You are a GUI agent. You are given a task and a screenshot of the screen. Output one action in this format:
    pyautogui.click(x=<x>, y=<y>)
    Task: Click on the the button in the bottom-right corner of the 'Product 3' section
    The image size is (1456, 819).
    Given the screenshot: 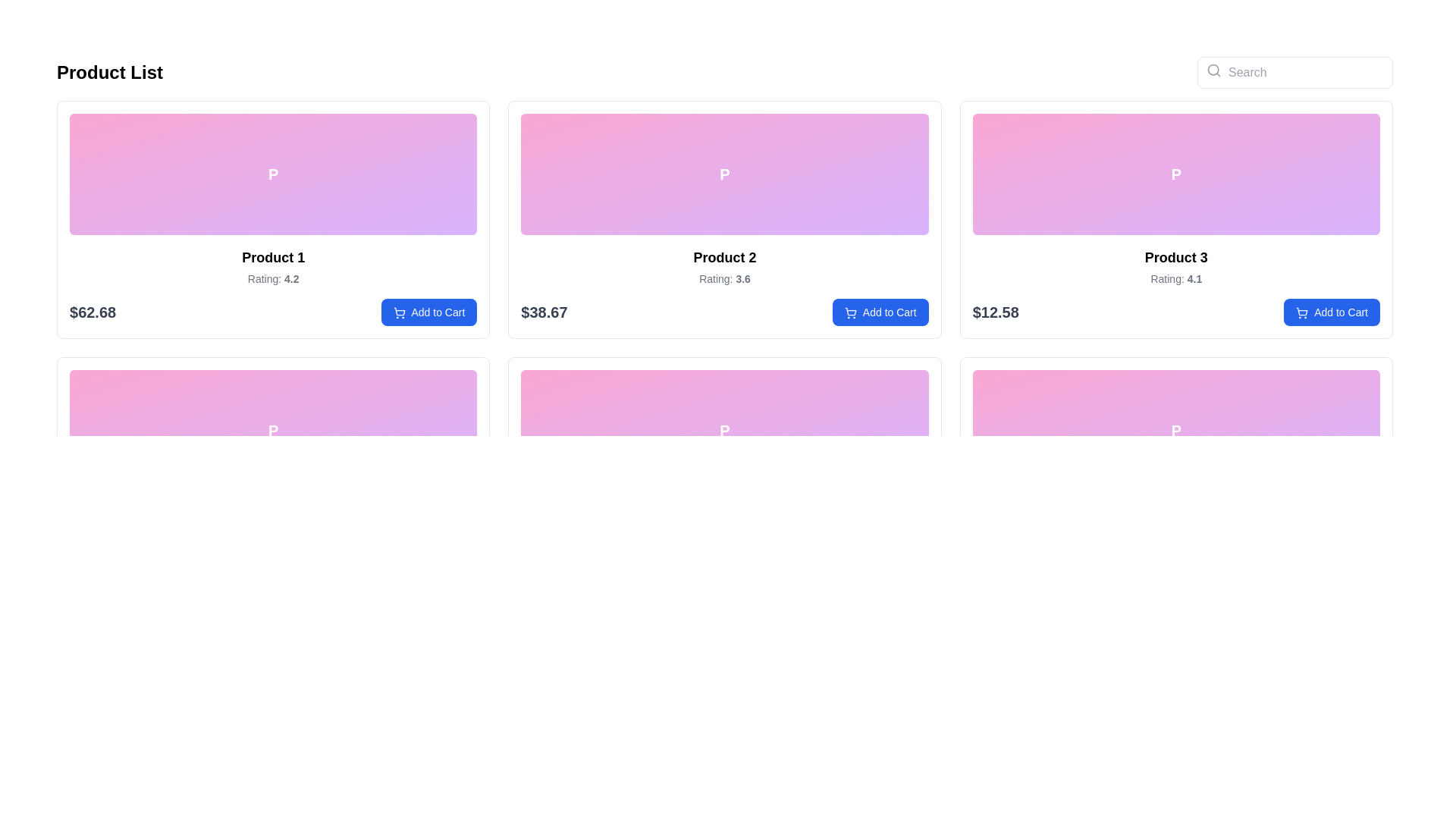 What is the action you would take?
    pyautogui.click(x=1331, y=312)
    